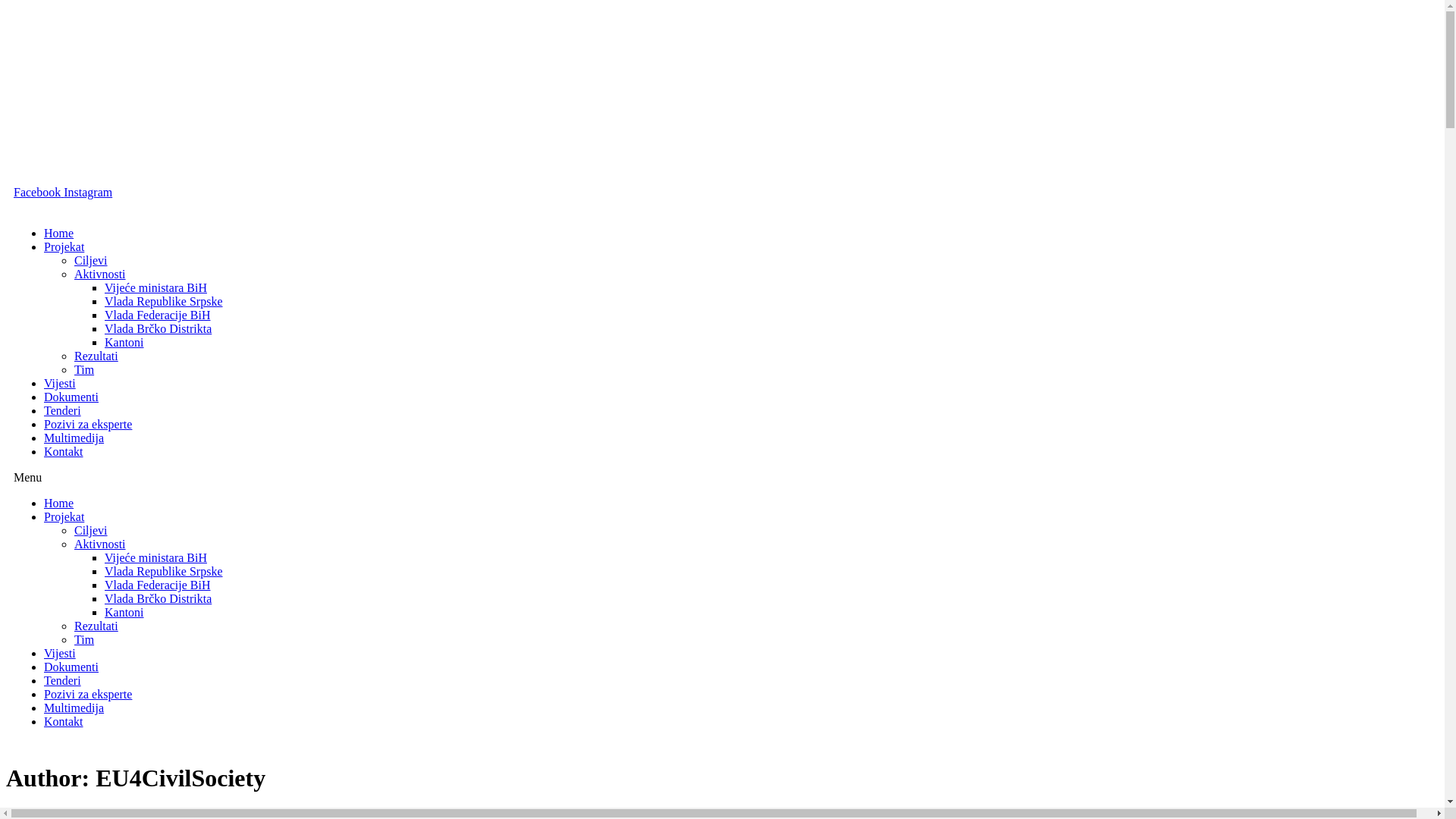  Describe the element at coordinates (62, 191) in the screenshot. I see `'Instagram'` at that location.